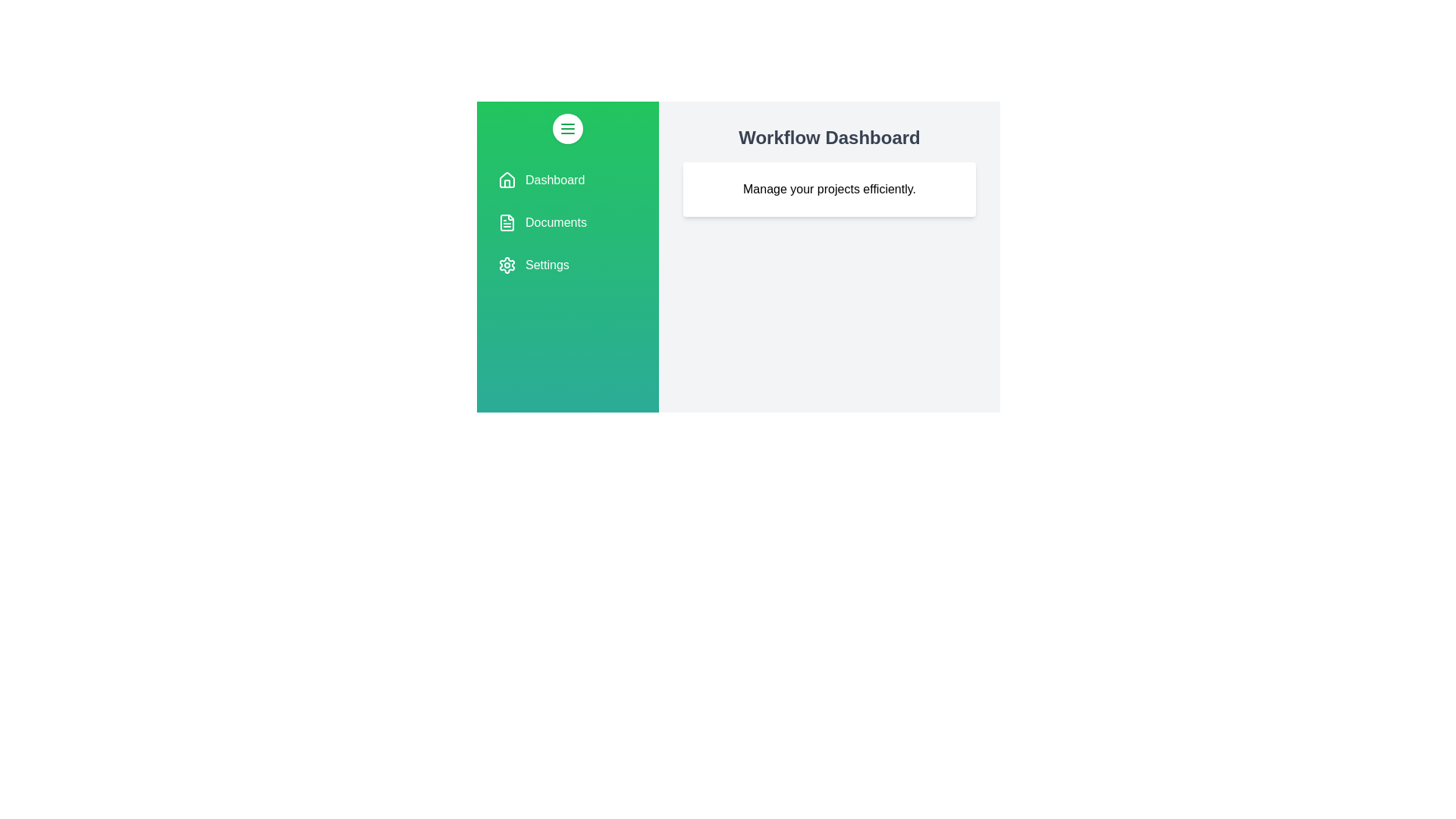 This screenshot has height=819, width=1456. I want to click on the menu button to toggle the drawer state, so click(566, 127).